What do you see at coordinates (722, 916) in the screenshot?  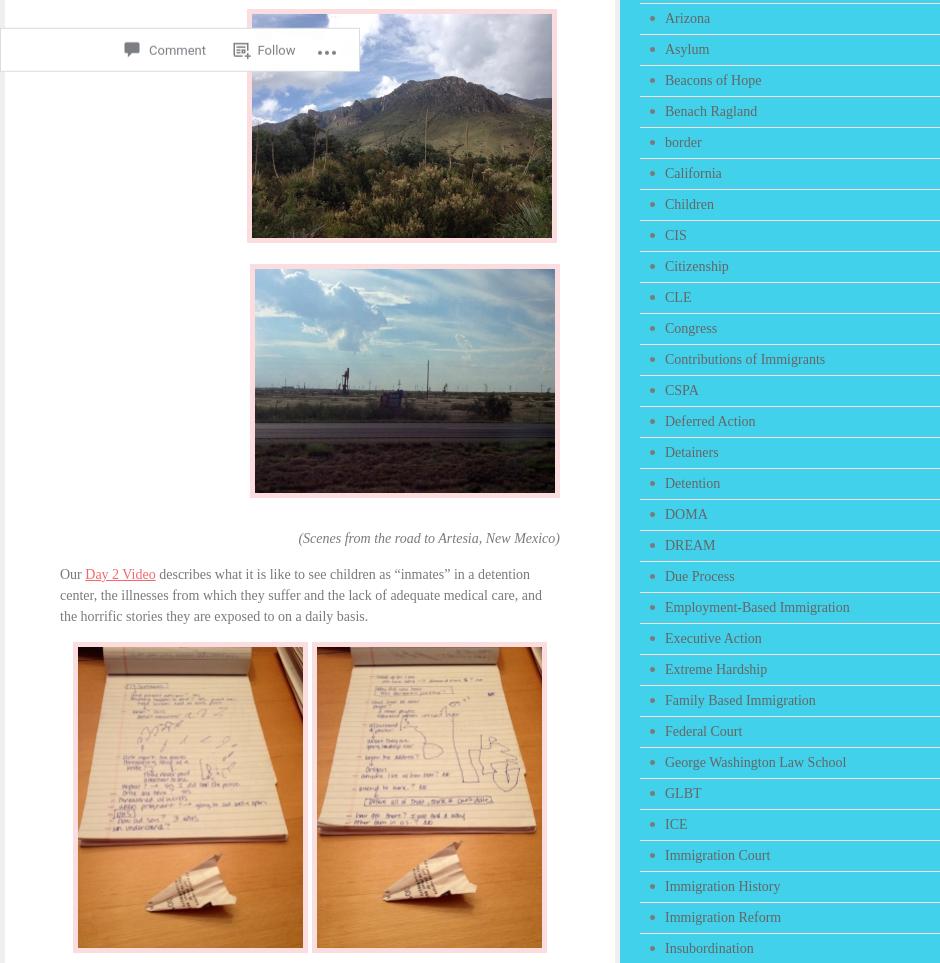 I see `'Immigration Reform'` at bounding box center [722, 916].